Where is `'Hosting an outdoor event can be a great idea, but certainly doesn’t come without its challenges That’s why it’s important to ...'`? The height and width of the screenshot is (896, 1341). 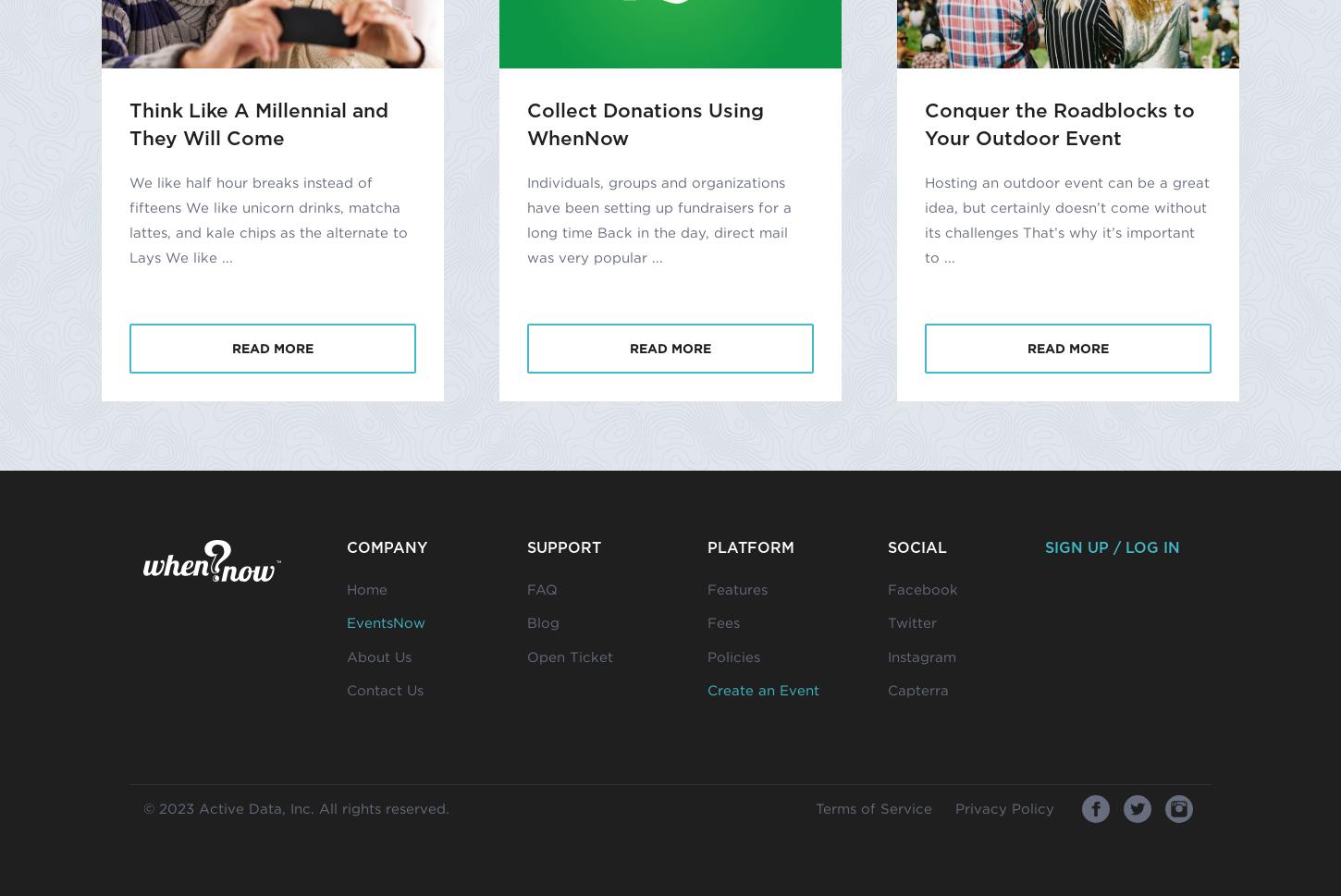
'Hosting an outdoor event can be a great idea, but certainly doesn’t come without its challenges That’s why it’s important to ...' is located at coordinates (1066, 218).